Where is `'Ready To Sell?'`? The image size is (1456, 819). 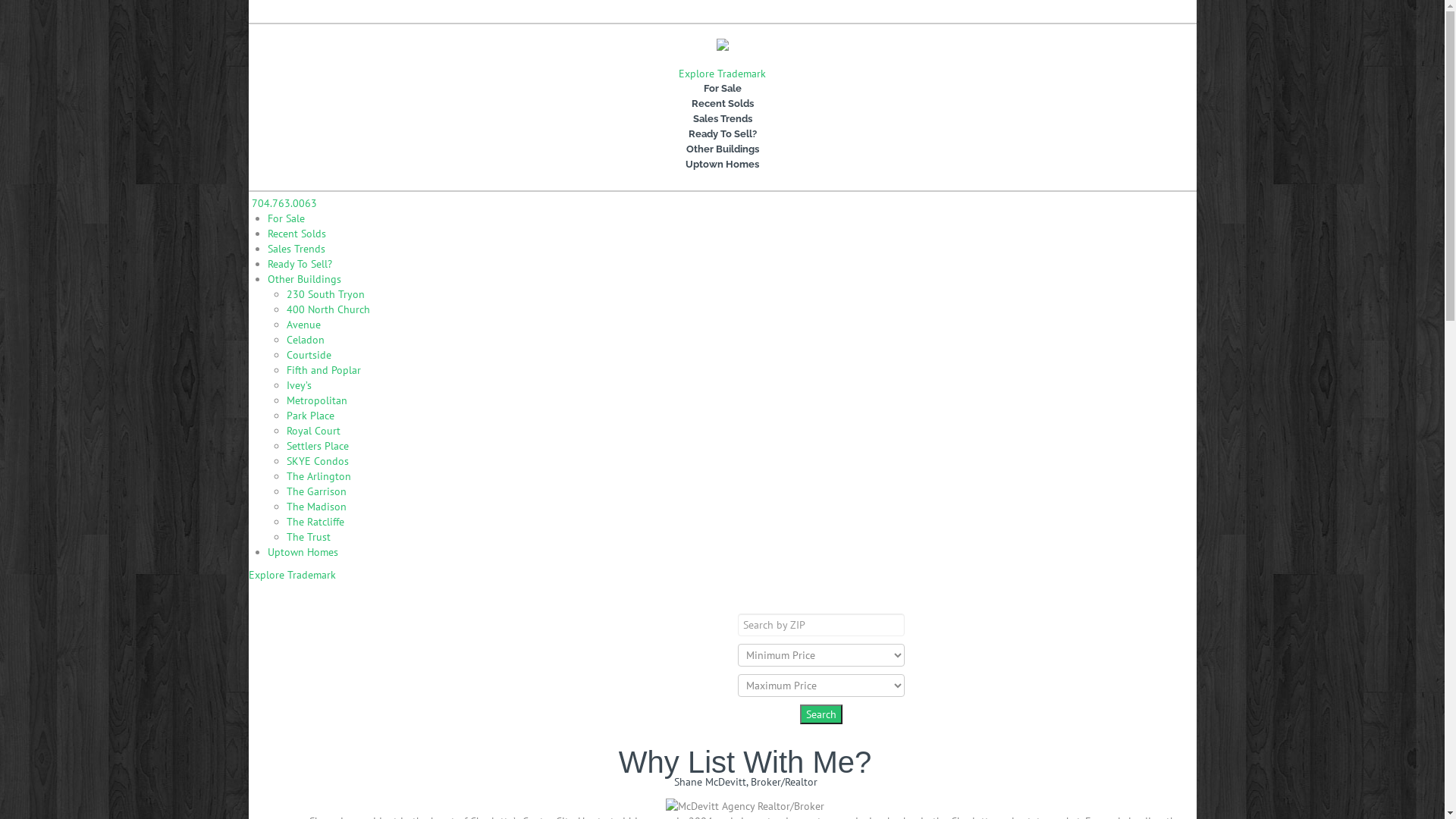 'Ready To Sell?' is located at coordinates (722, 133).